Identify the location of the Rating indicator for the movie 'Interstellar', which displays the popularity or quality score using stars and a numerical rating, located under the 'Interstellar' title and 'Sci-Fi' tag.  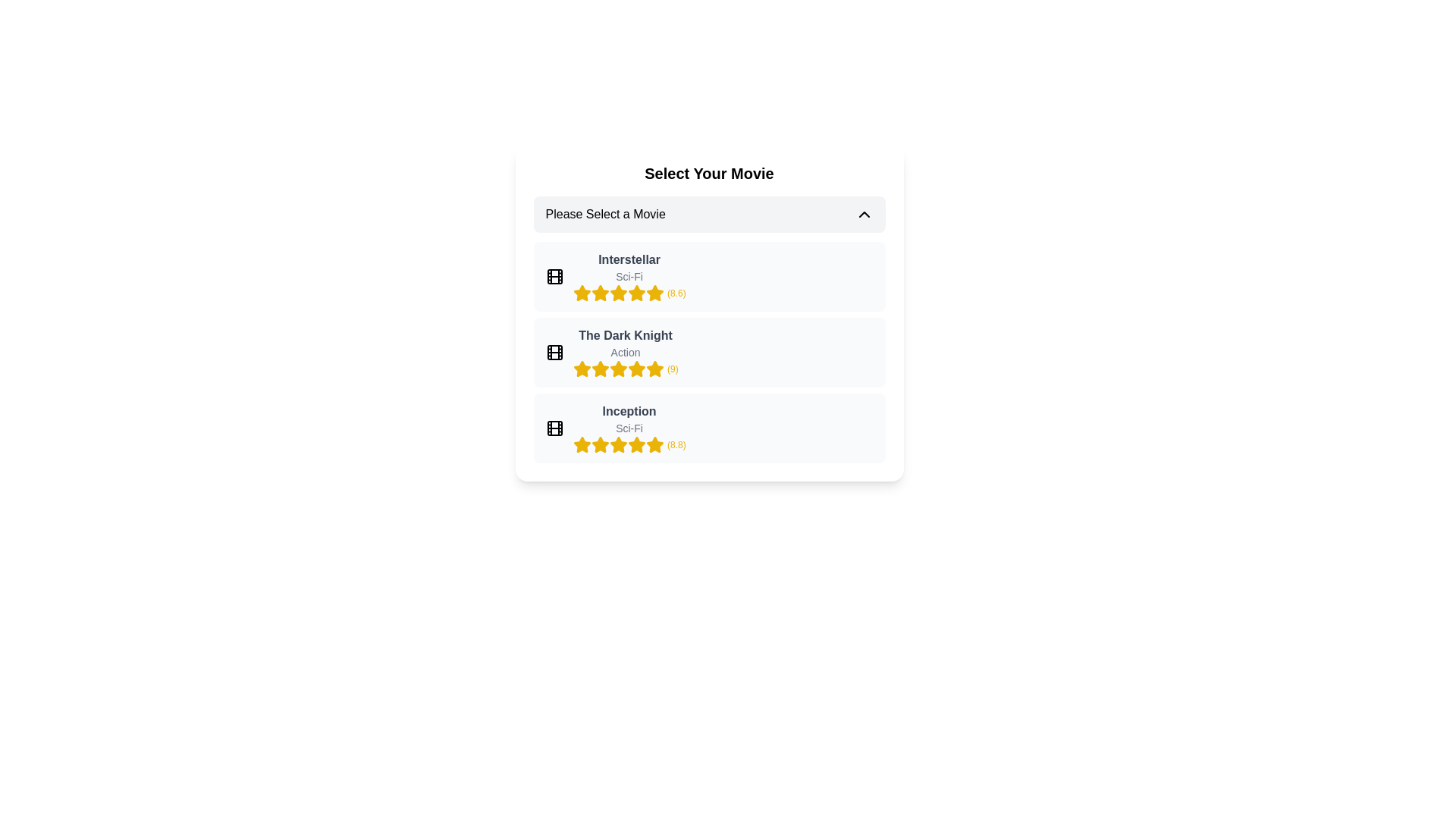
(629, 293).